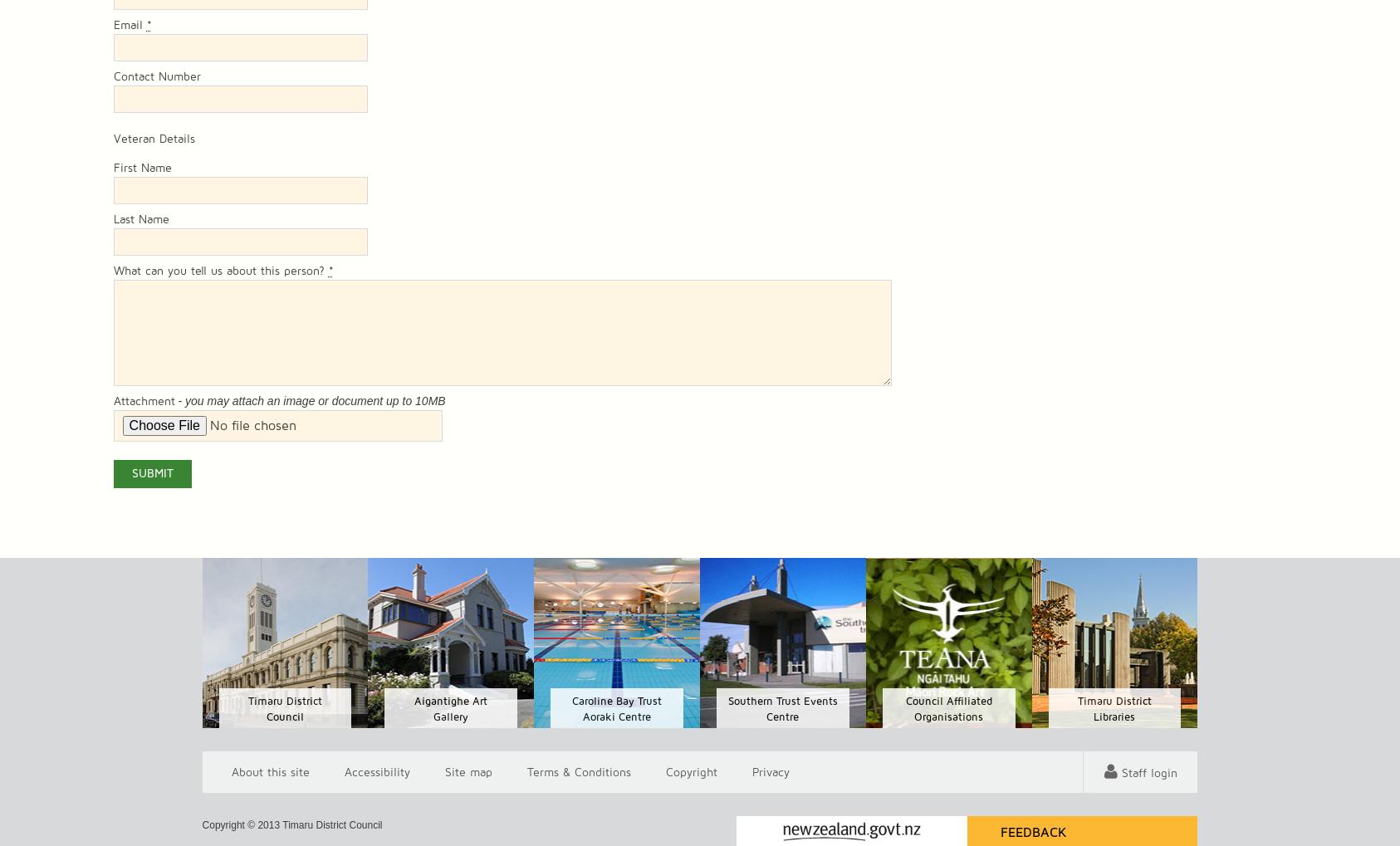 The image size is (1400, 846). What do you see at coordinates (153, 139) in the screenshot?
I see `'Veteran Details'` at bounding box center [153, 139].